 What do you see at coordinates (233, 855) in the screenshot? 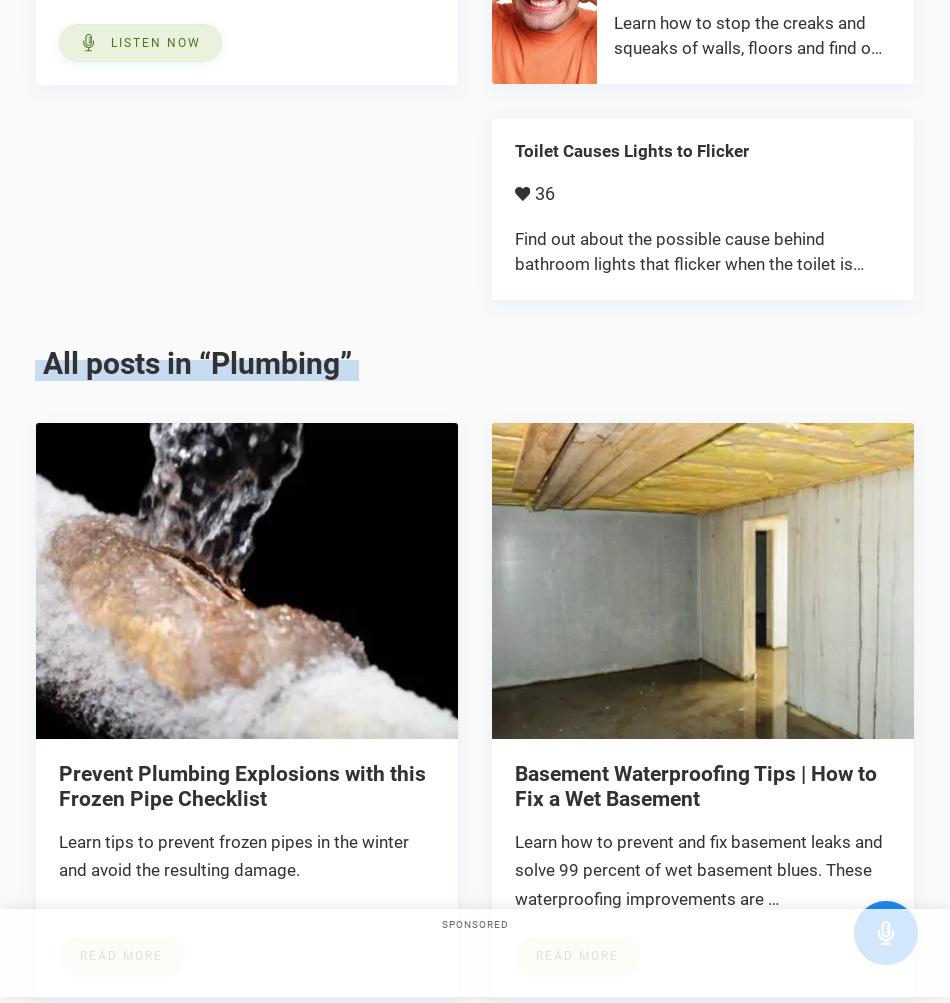
I see `'Learn tips to prevent frozen pipes in the winter and avoid the resulting damage.'` at bounding box center [233, 855].